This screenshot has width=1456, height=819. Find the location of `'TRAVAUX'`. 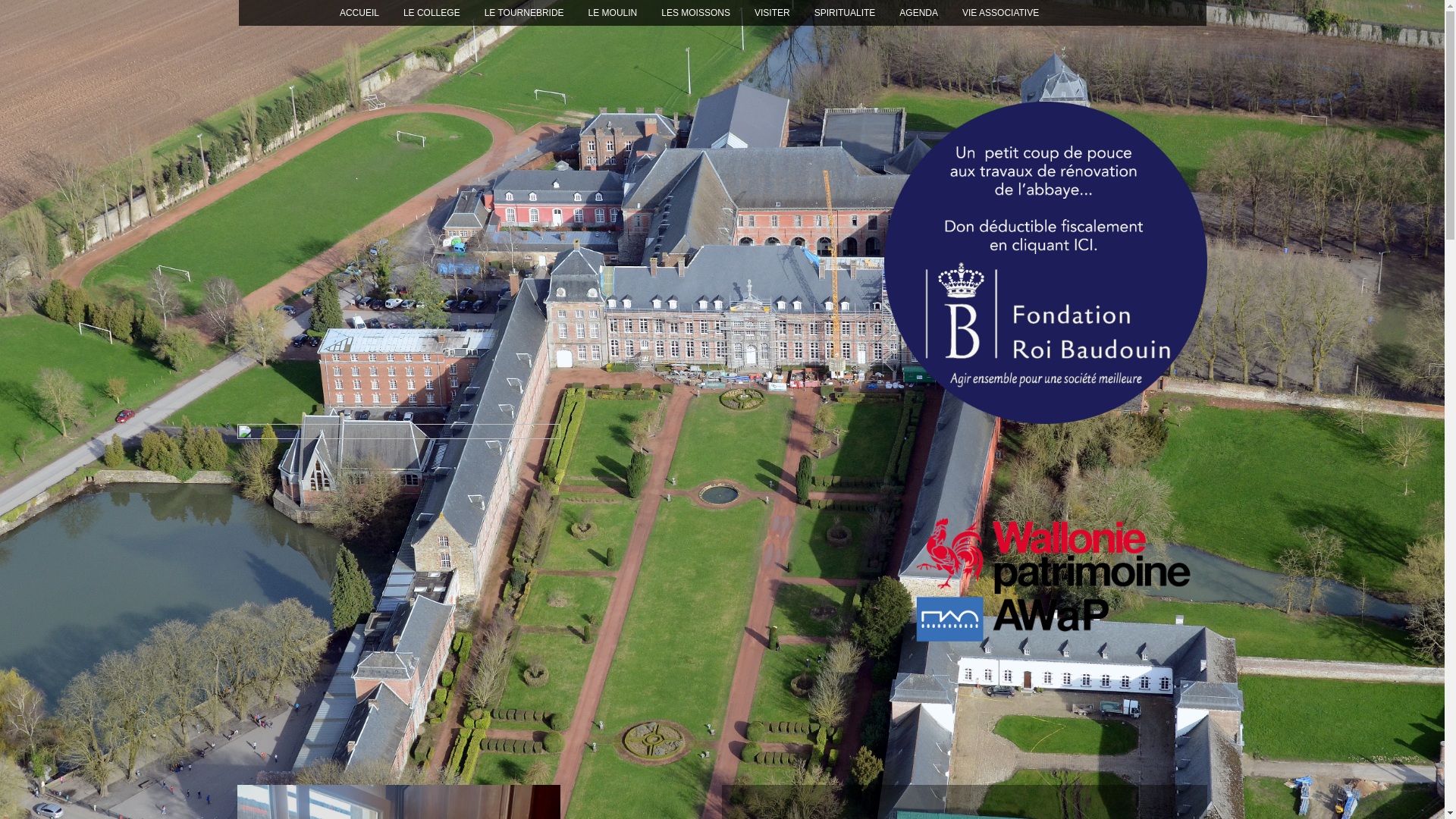

'TRAVAUX' is located at coordinates (1050, 12).